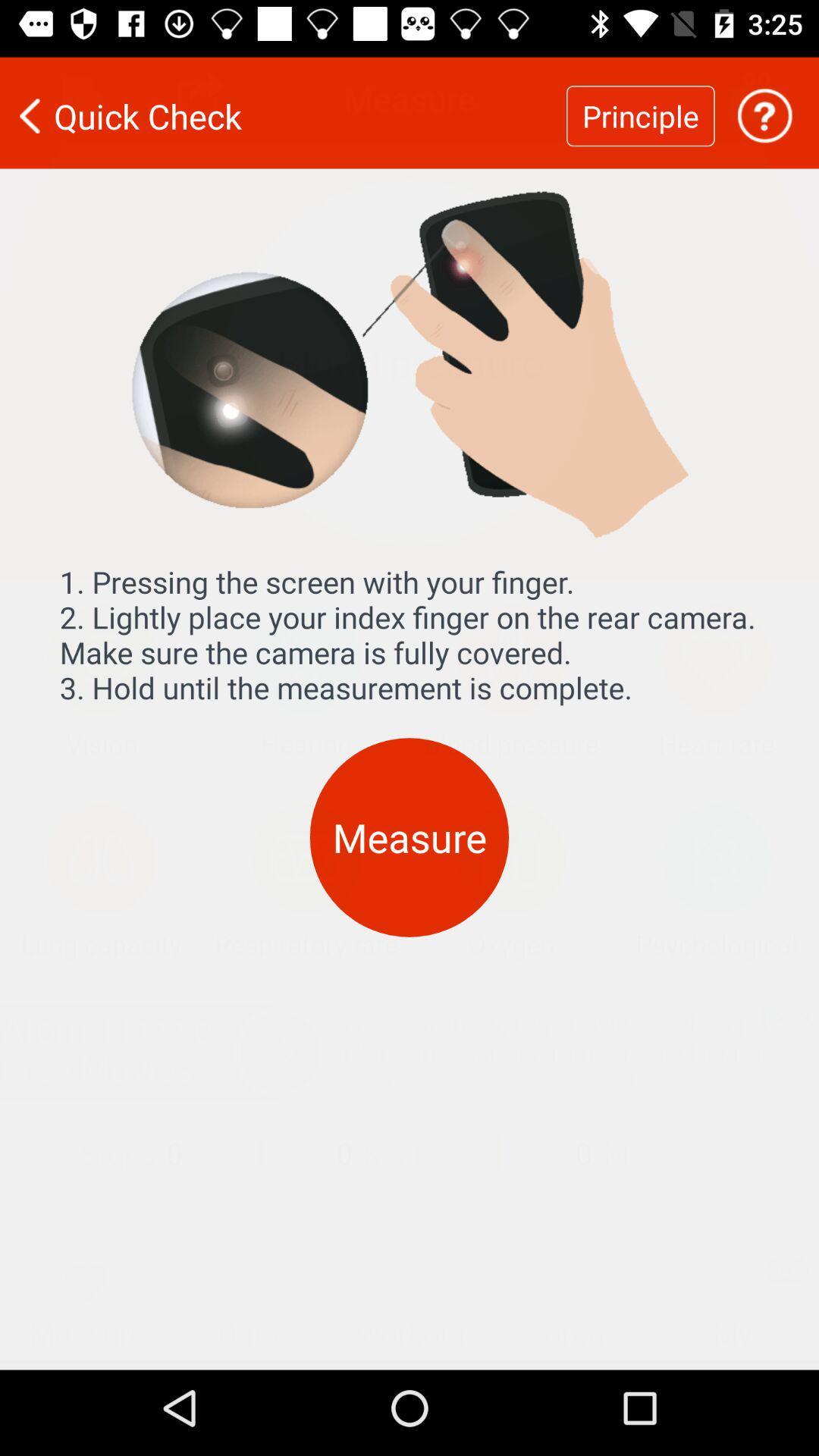 The height and width of the screenshot is (1456, 819). Describe the element at coordinates (283, 105) in the screenshot. I see `quick check item` at that location.